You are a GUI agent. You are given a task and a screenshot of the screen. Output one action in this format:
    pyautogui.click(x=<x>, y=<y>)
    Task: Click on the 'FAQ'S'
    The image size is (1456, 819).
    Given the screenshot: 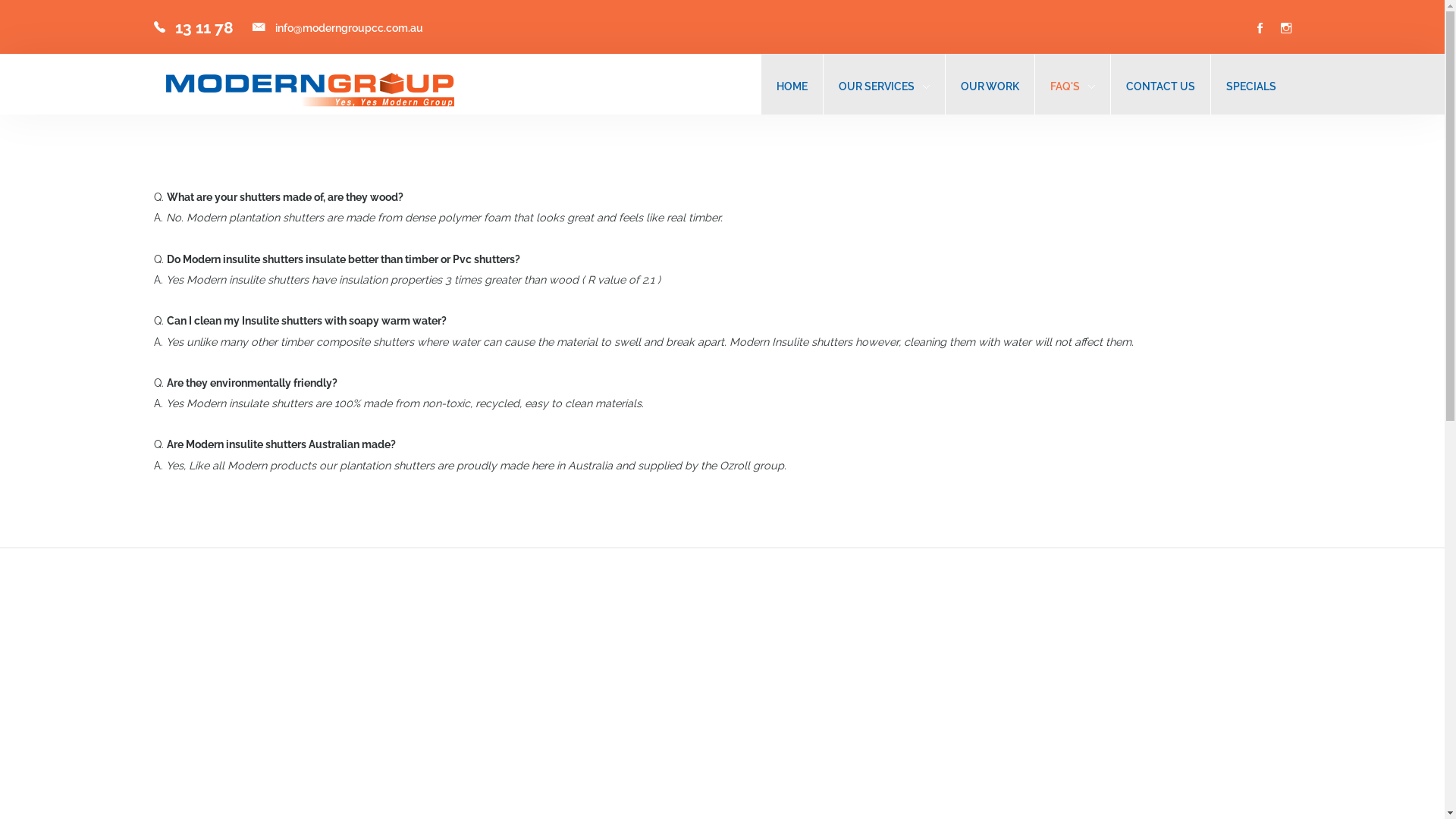 What is the action you would take?
    pyautogui.click(x=1048, y=86)
    